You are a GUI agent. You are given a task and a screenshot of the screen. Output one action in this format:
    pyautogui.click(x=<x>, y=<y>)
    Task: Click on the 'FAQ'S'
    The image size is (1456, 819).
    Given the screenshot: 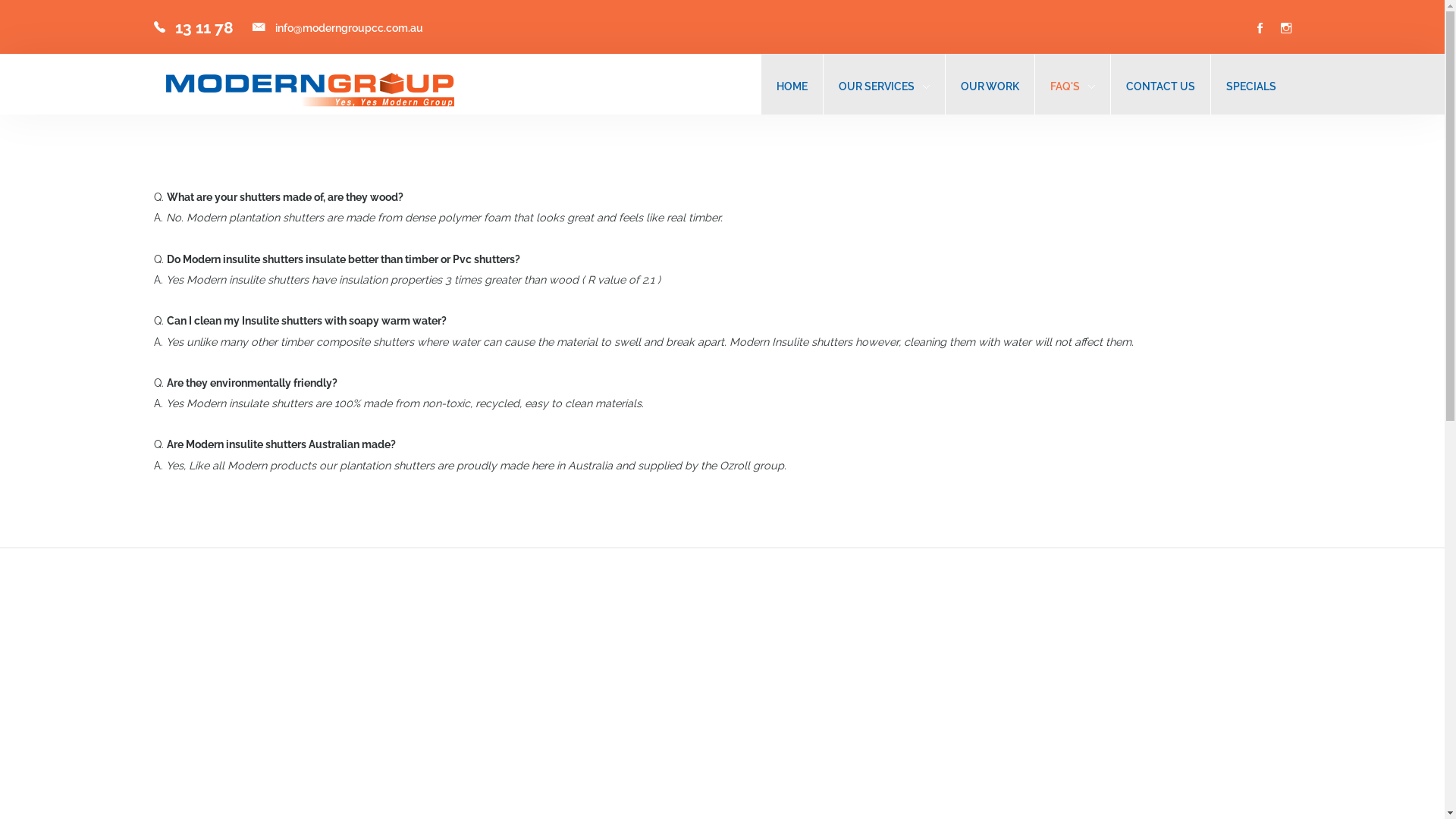 What is the action you would take?
    pyautogui.click(x=1048, y=86)
    